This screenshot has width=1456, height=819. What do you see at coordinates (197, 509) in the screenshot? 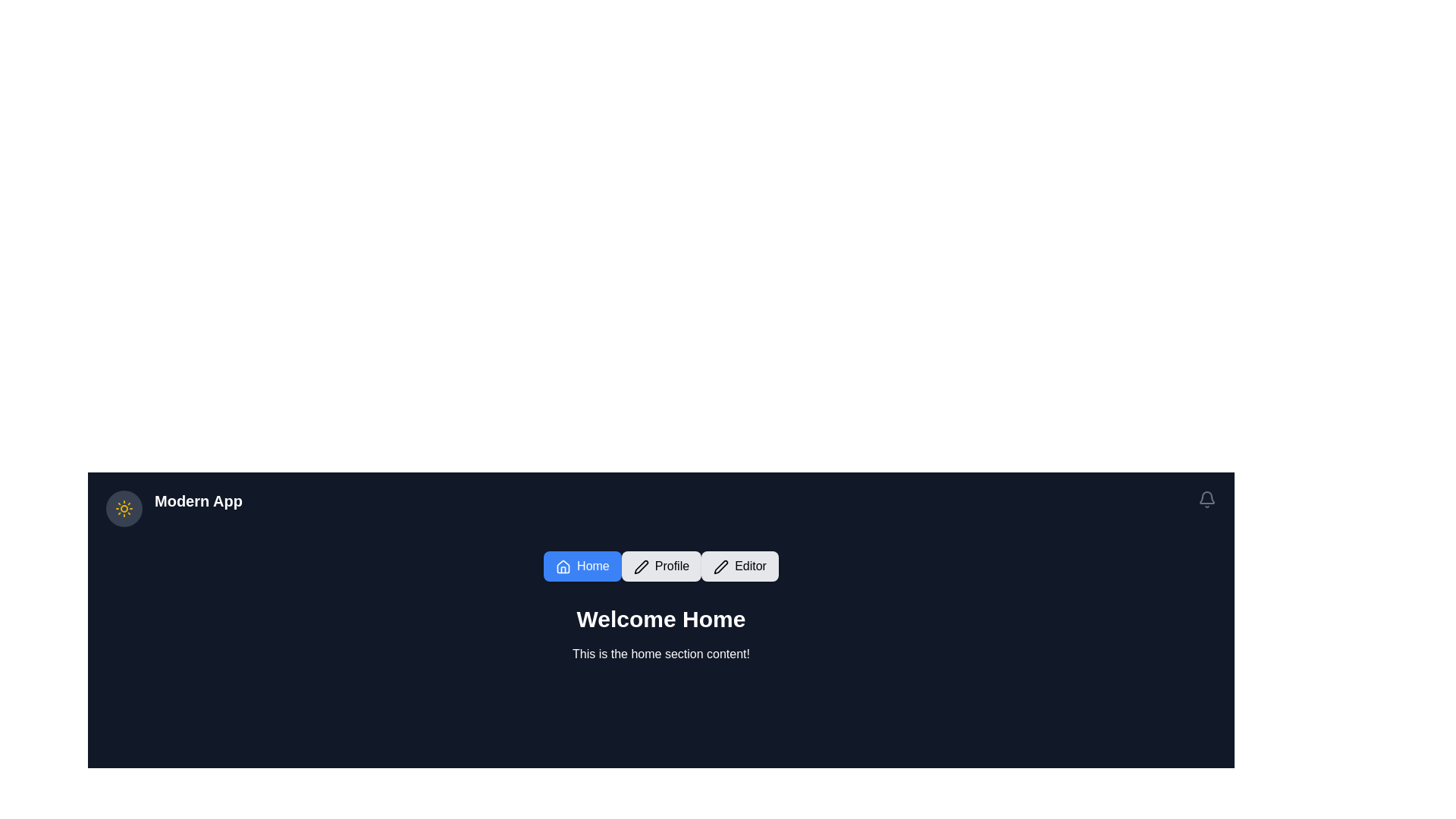
I see `the bold white text label reading 'Modern App' located to the right of a circular sun icon in the top-left area of the interface` at bounding box center [197, 509].